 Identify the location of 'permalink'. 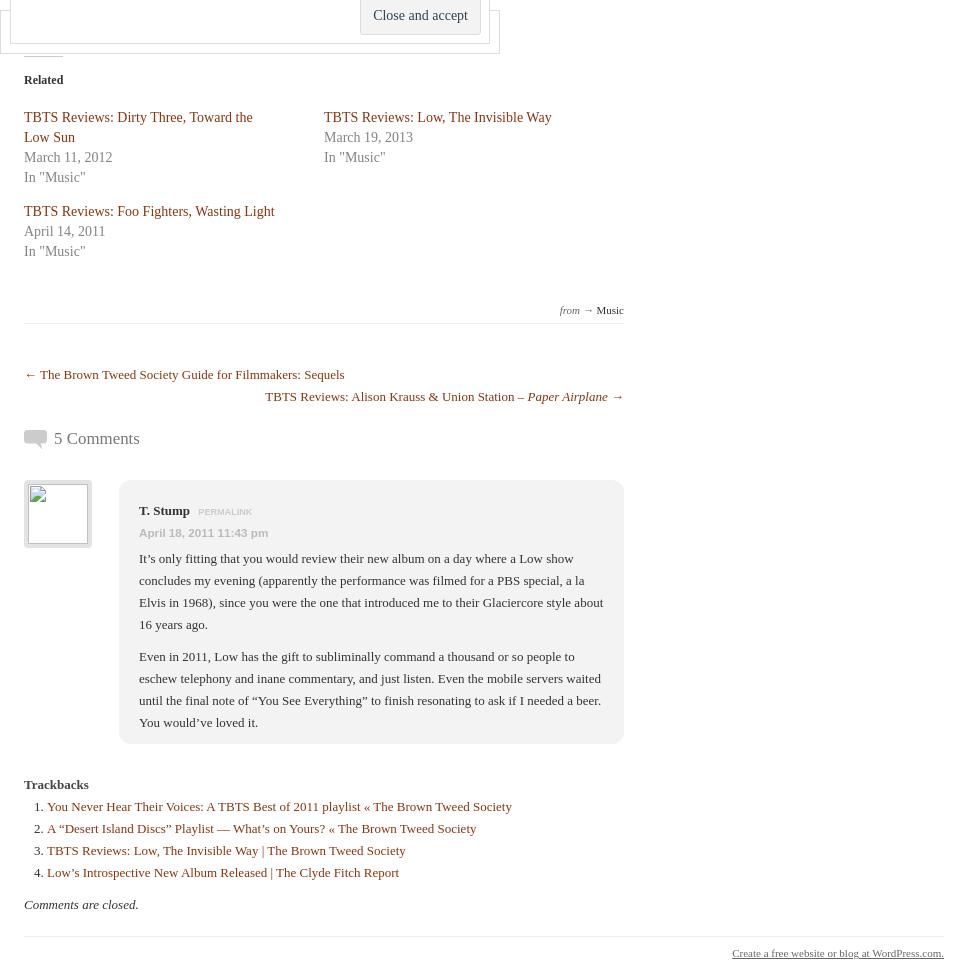
(223, 510).